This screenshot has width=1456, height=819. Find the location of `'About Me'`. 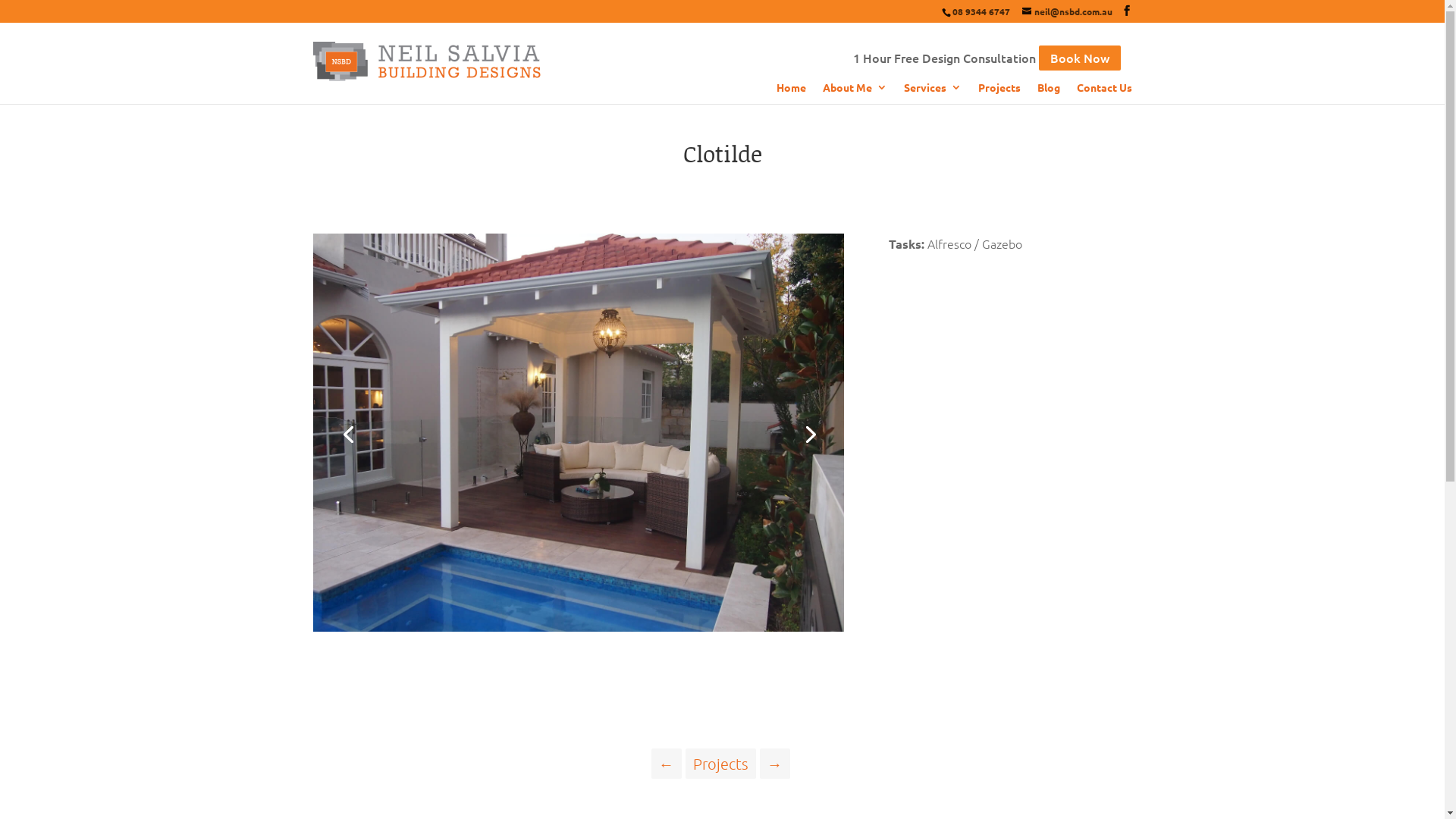

'About Me' is located at coordinates (854, 93).